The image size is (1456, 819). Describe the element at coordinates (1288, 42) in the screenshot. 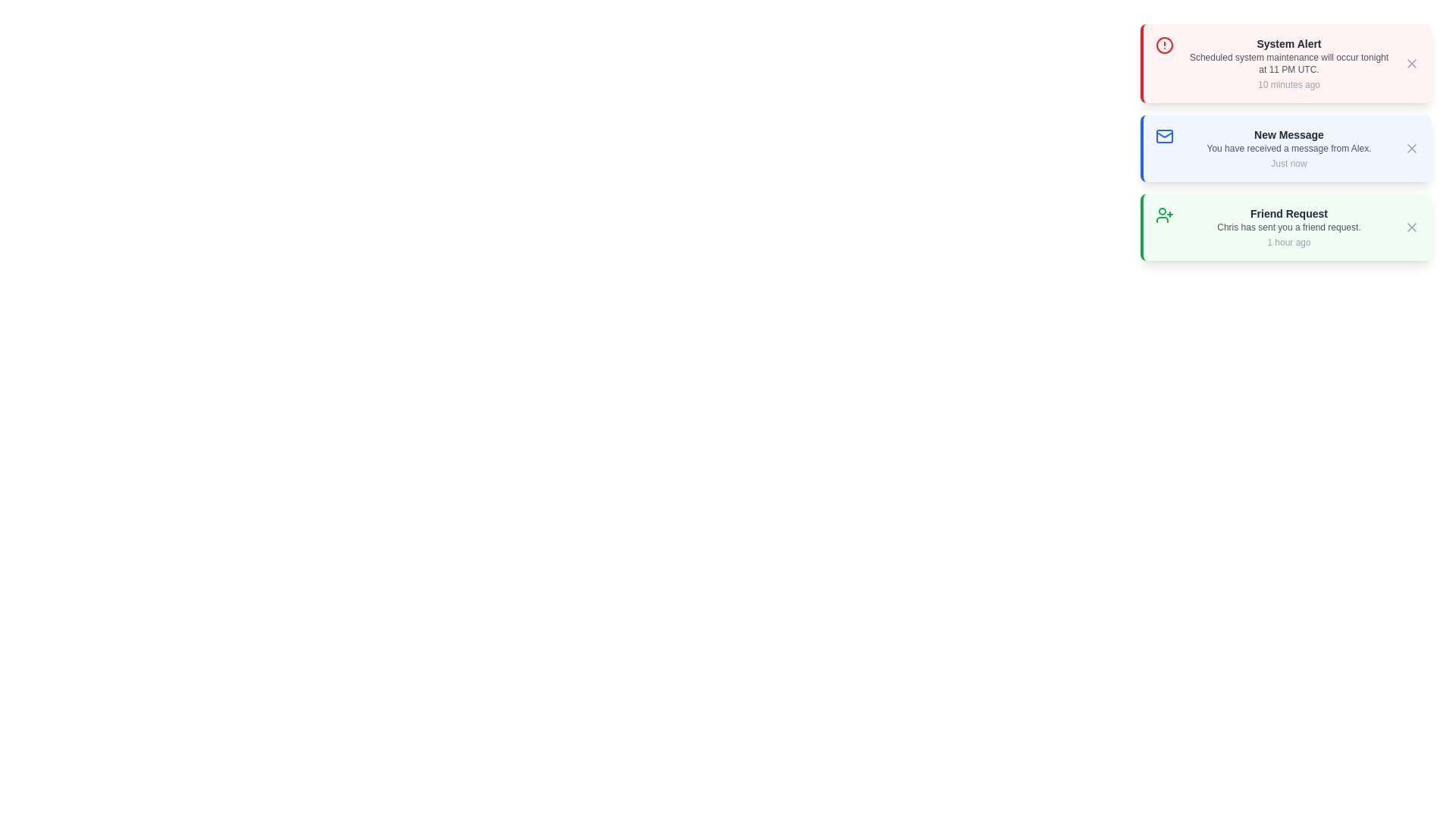

I see `title text that serves as a heading for the associated notice card, located at the top right section of the interface` at that location.